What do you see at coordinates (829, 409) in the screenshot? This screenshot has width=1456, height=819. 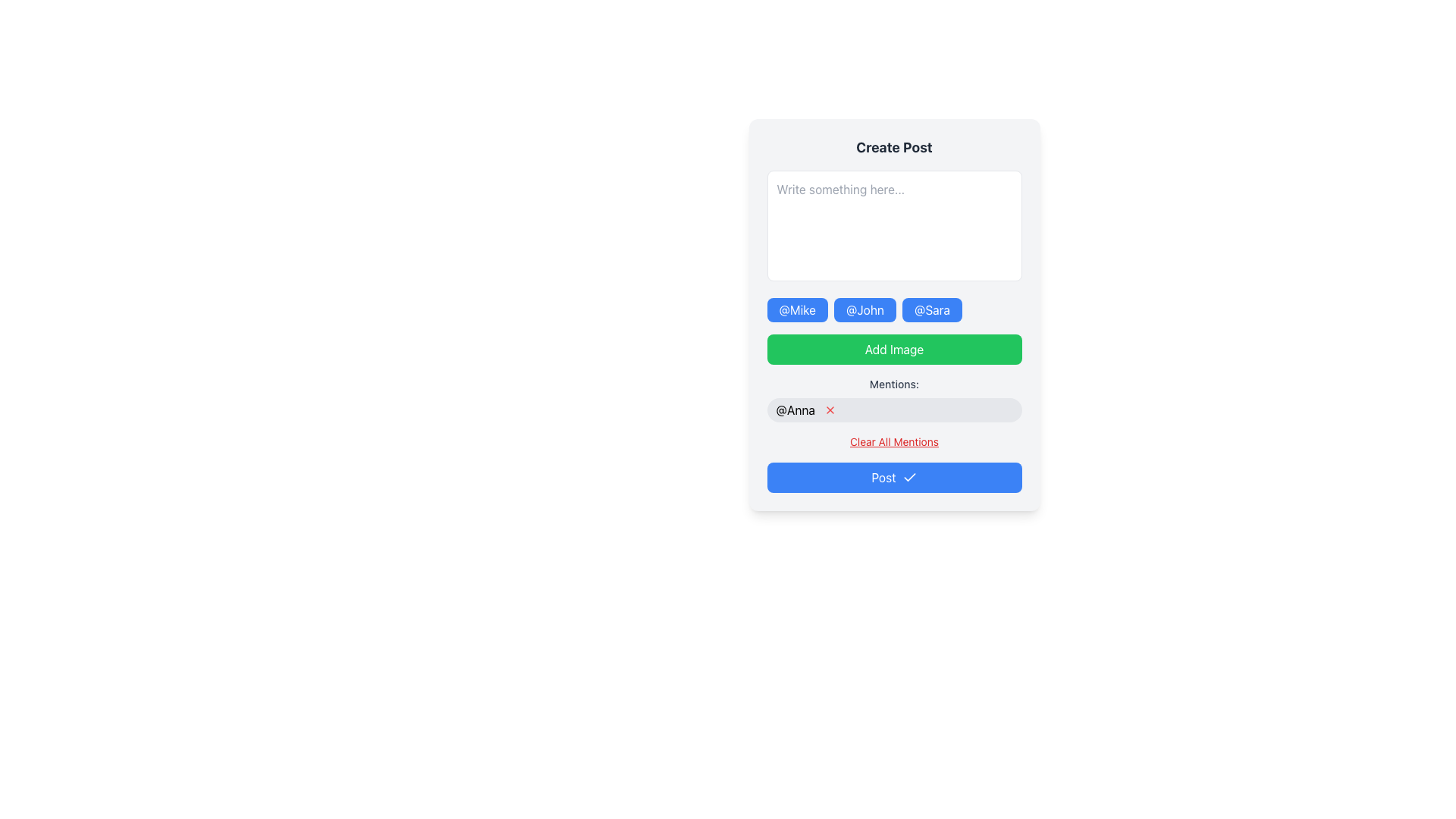 I see `the delete button located to the right of the '@Anna' mention in the 'Mentions' section` at bounding box center [829, 409].